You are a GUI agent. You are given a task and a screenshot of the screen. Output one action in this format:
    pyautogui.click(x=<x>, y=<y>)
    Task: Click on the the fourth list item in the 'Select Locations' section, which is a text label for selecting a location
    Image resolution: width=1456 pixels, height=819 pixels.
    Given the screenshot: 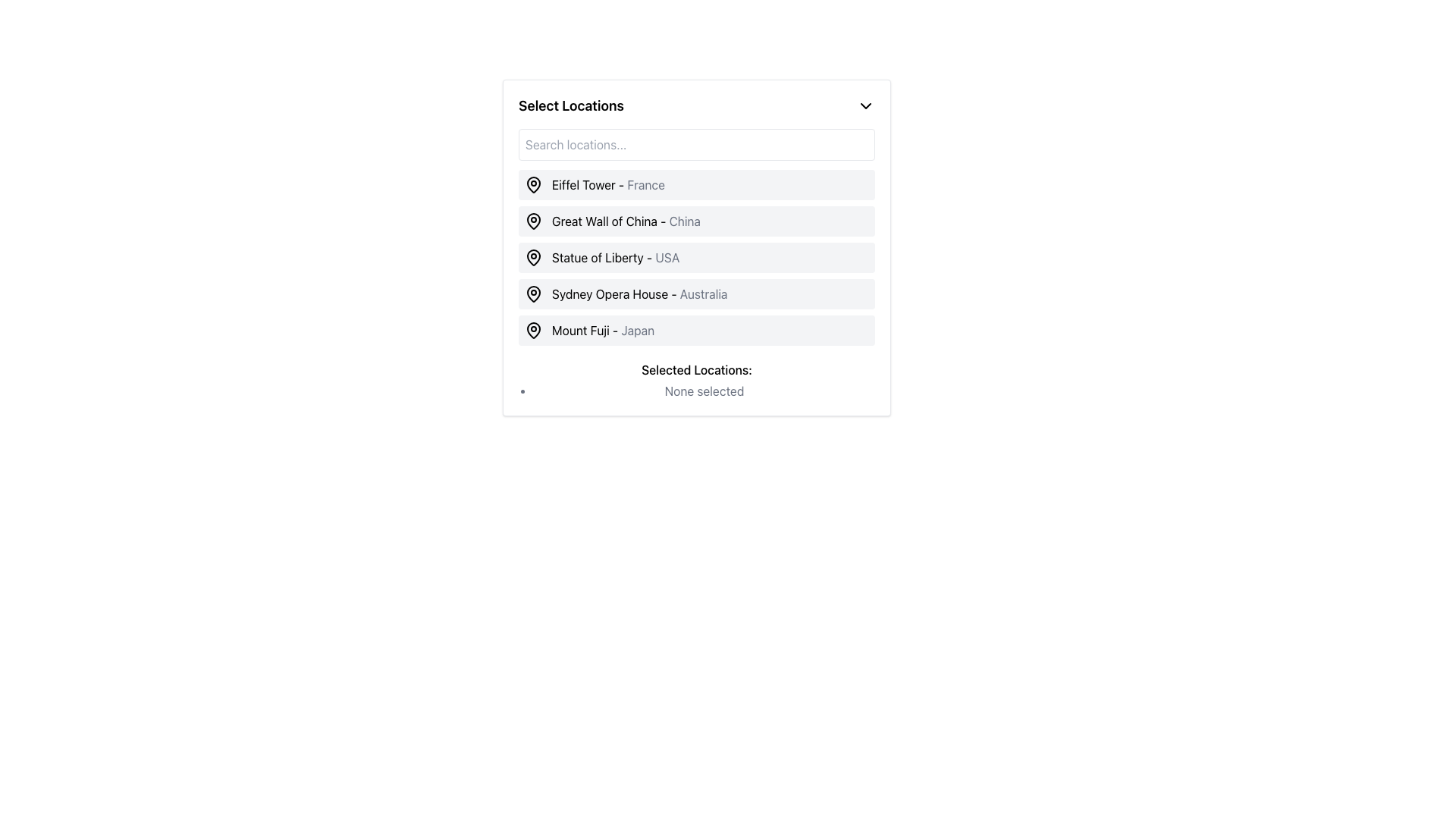 What is the action you would take?
    pyautogui.click(x=639, y=294)
    